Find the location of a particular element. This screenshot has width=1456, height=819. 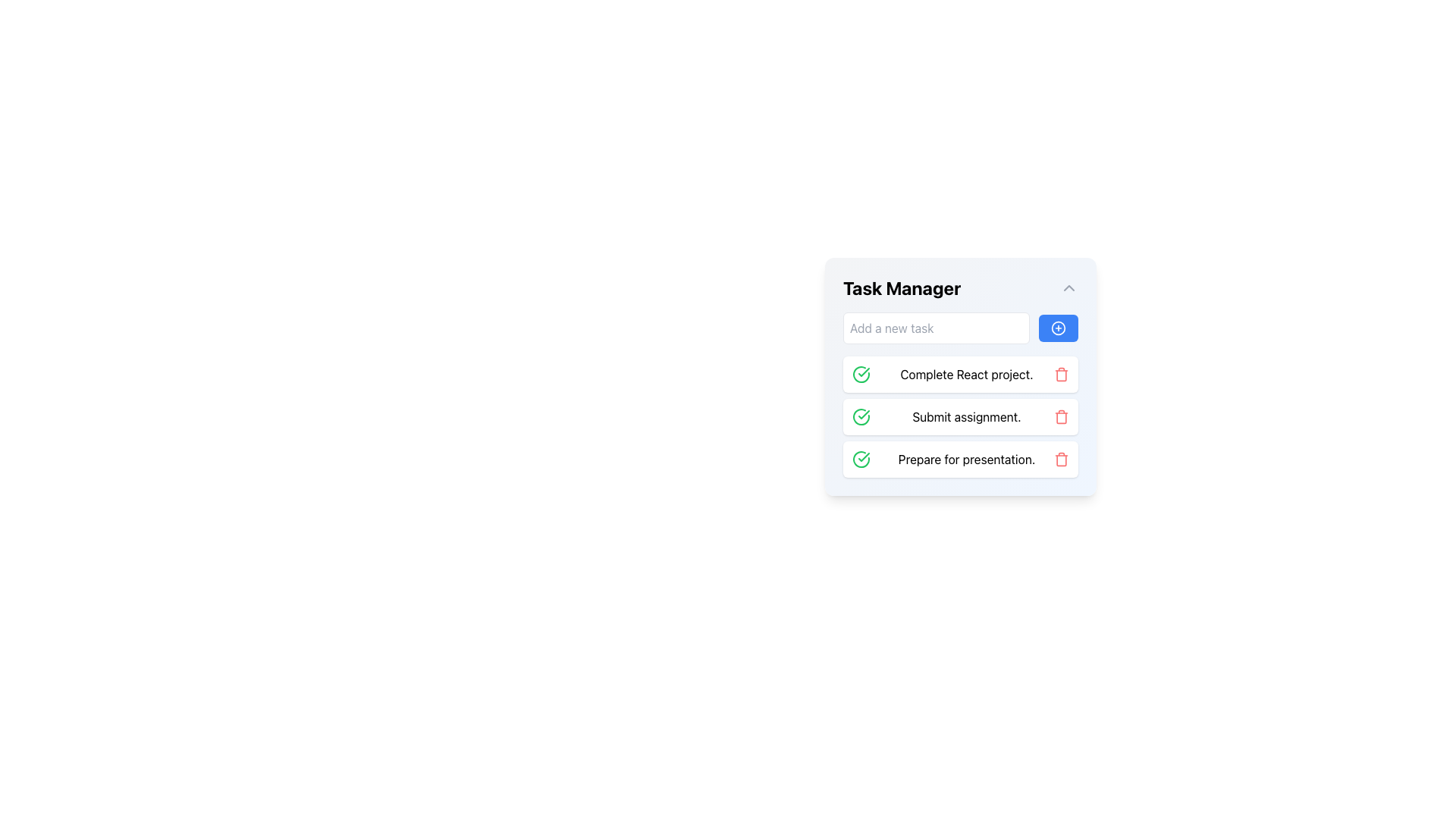

the circular icon with a green checkmark indicating completion, located on the left side of the task labeled 'Complete React project.' is located at coordinates (861, 374).